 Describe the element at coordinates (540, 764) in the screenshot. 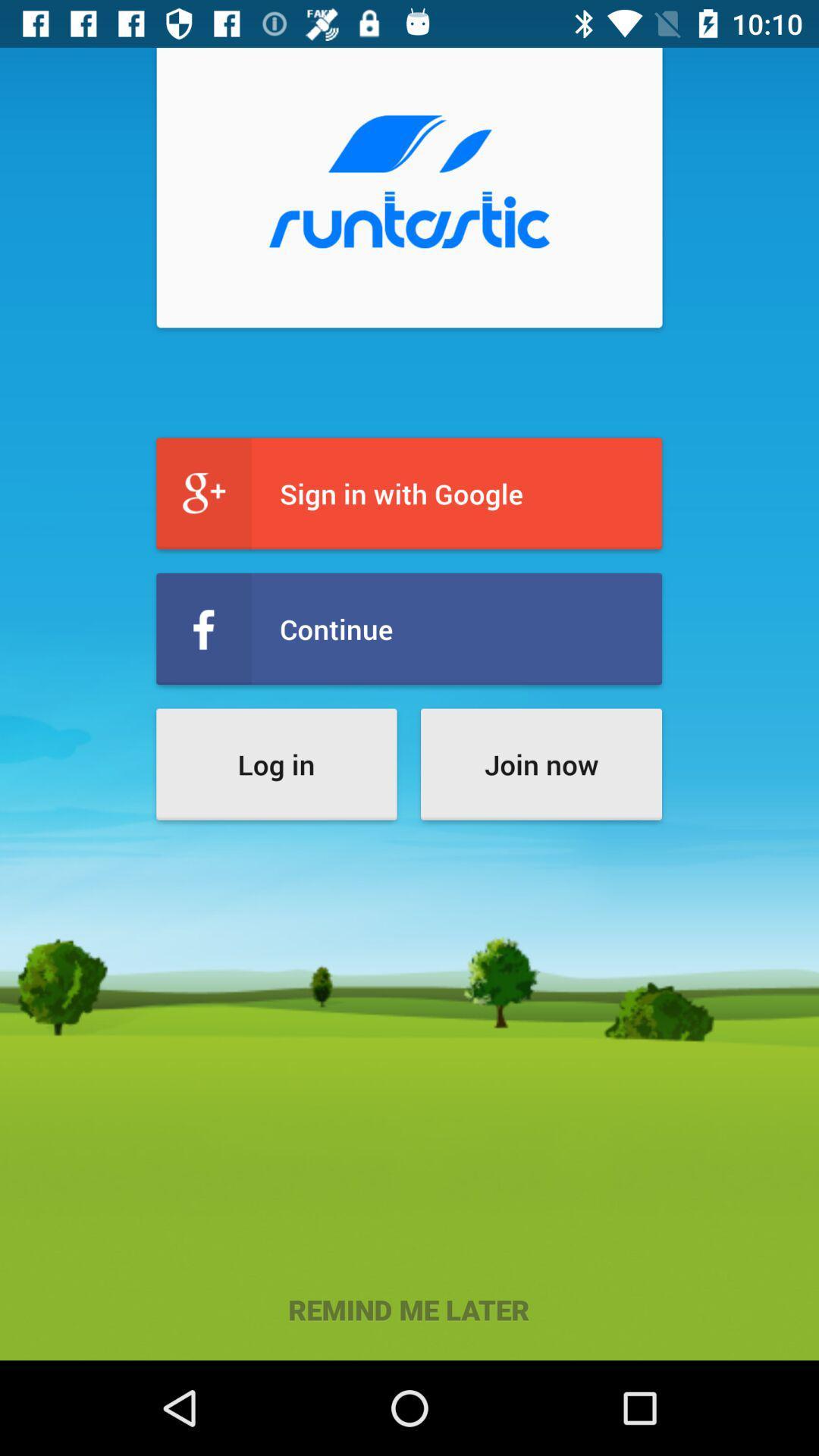

I see `the item next to log in item` at that location.